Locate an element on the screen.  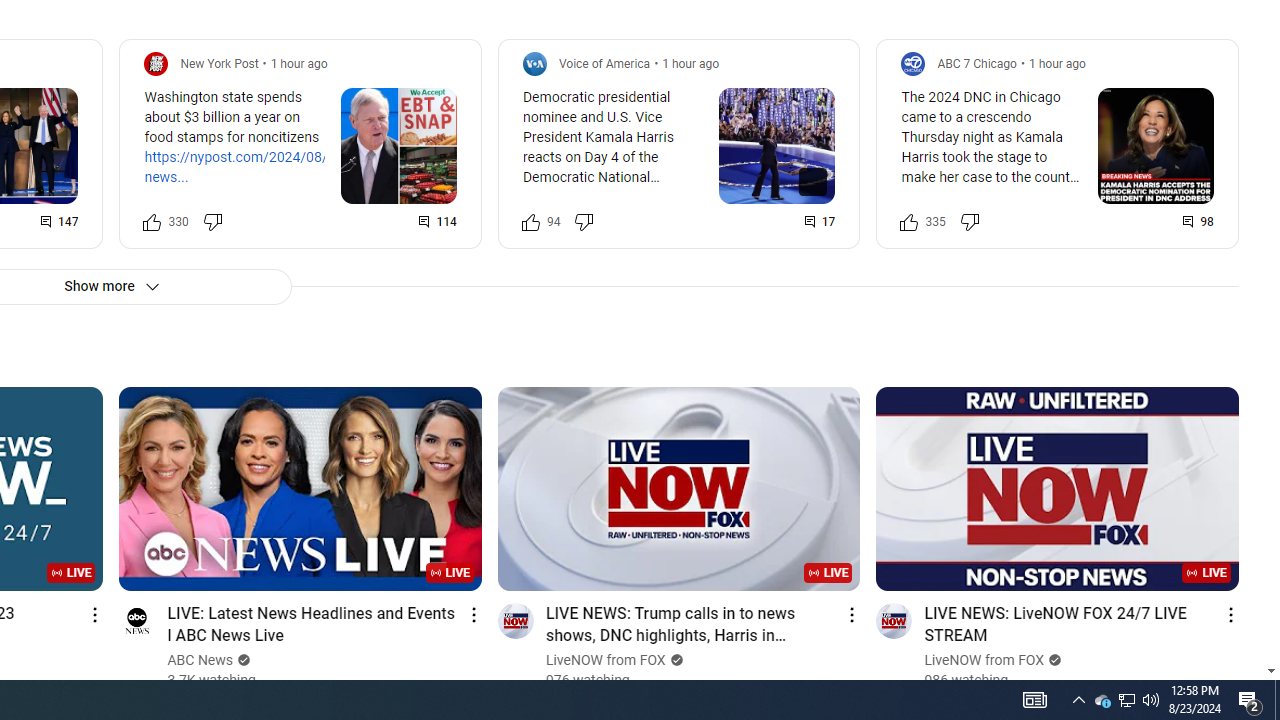
'Like this post along with 335 other people' is located at coordinates (908, 221).